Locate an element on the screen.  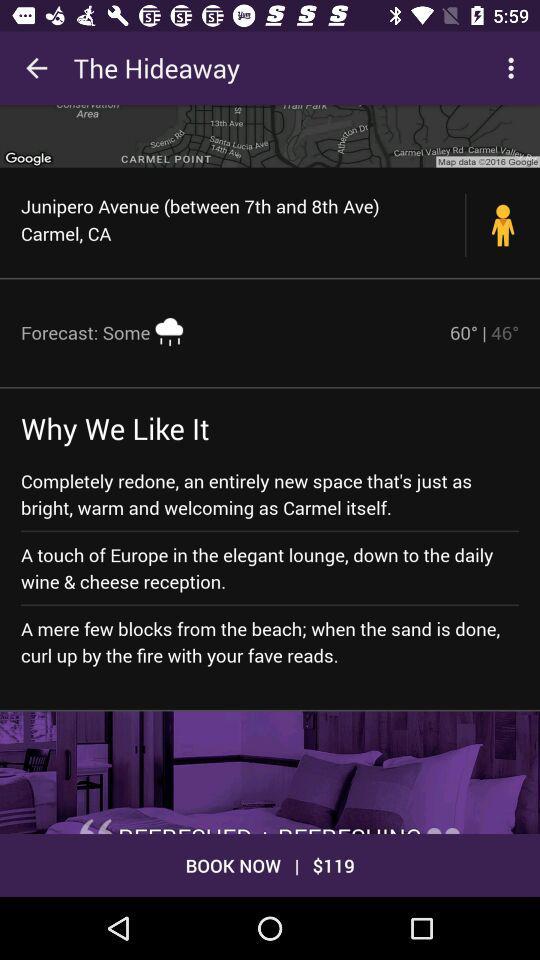
icon next to the hideaway item is located at coordinates (513, 68).